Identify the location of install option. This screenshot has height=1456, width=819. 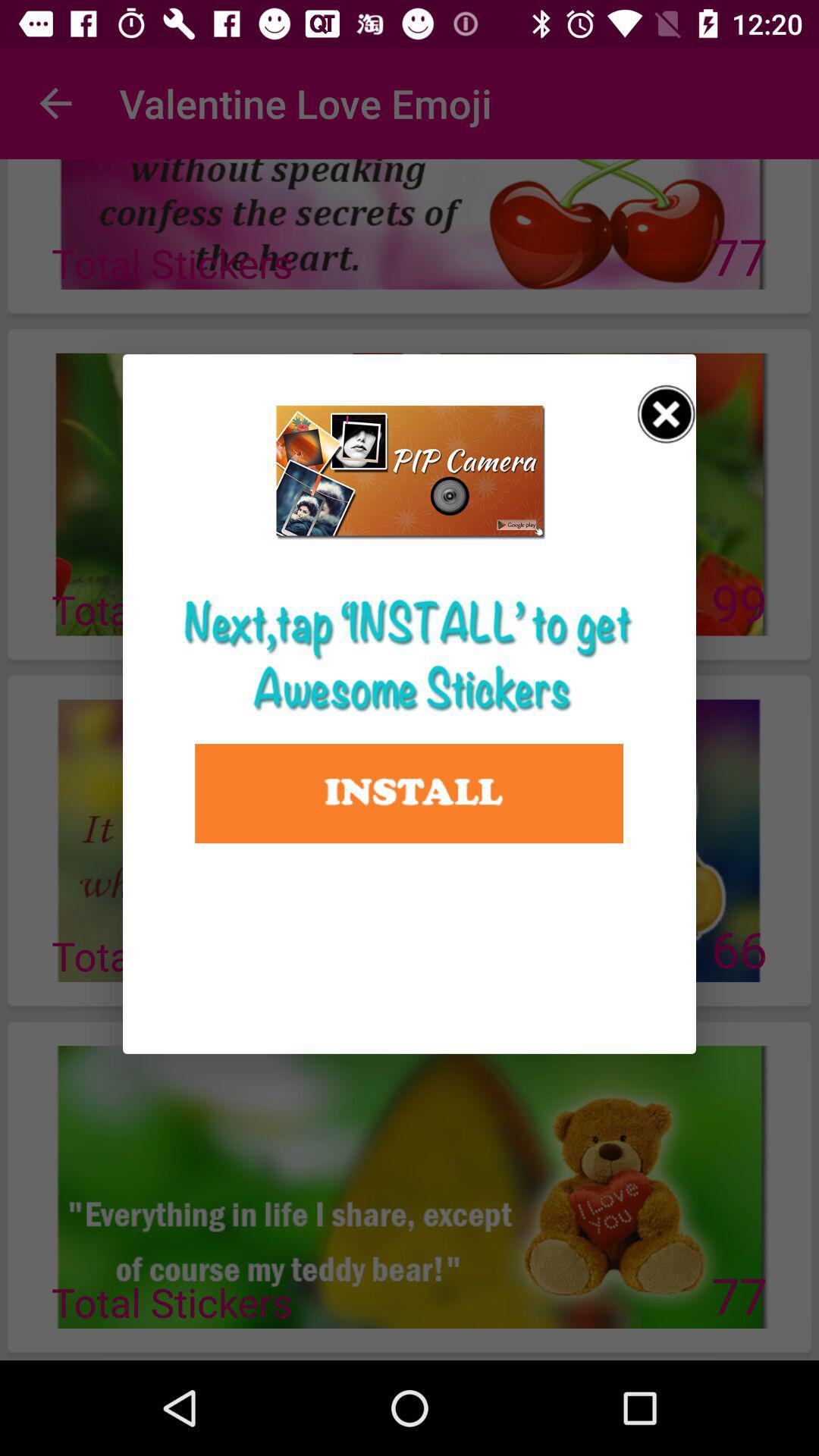
(408, 792).